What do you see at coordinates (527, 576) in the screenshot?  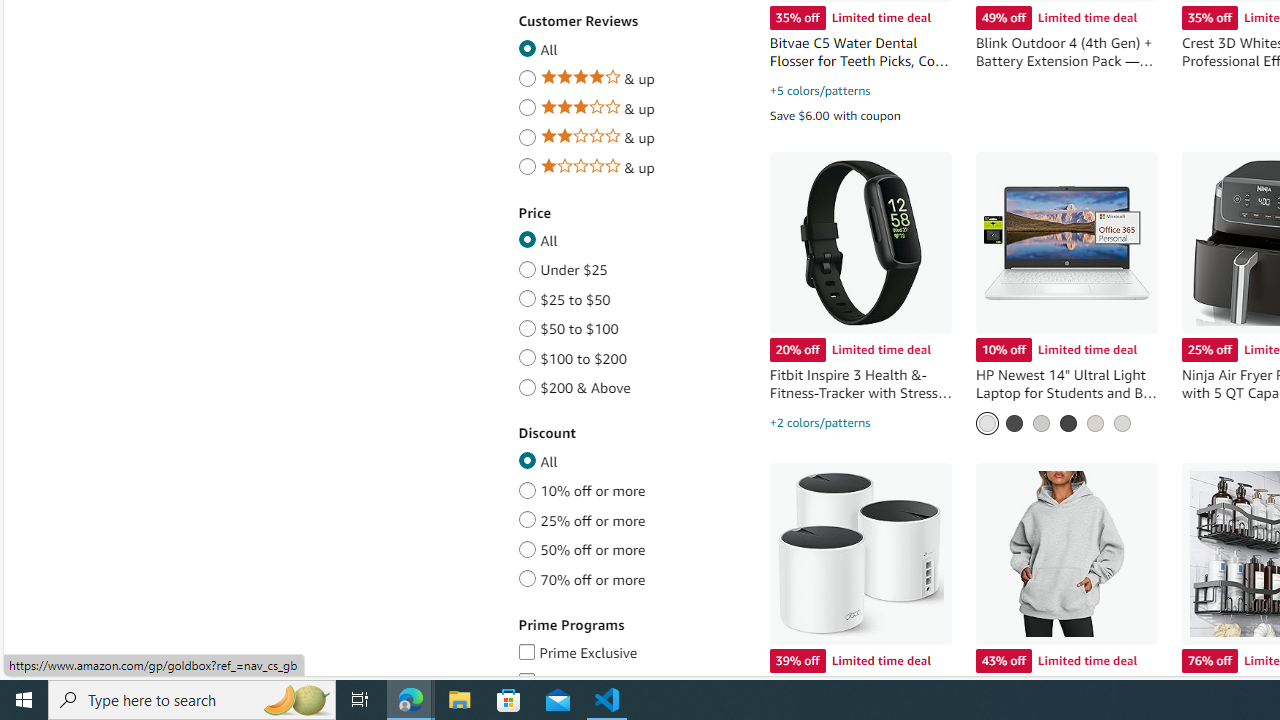 I see `'70% off or more'` at bounding box center [527, 576].